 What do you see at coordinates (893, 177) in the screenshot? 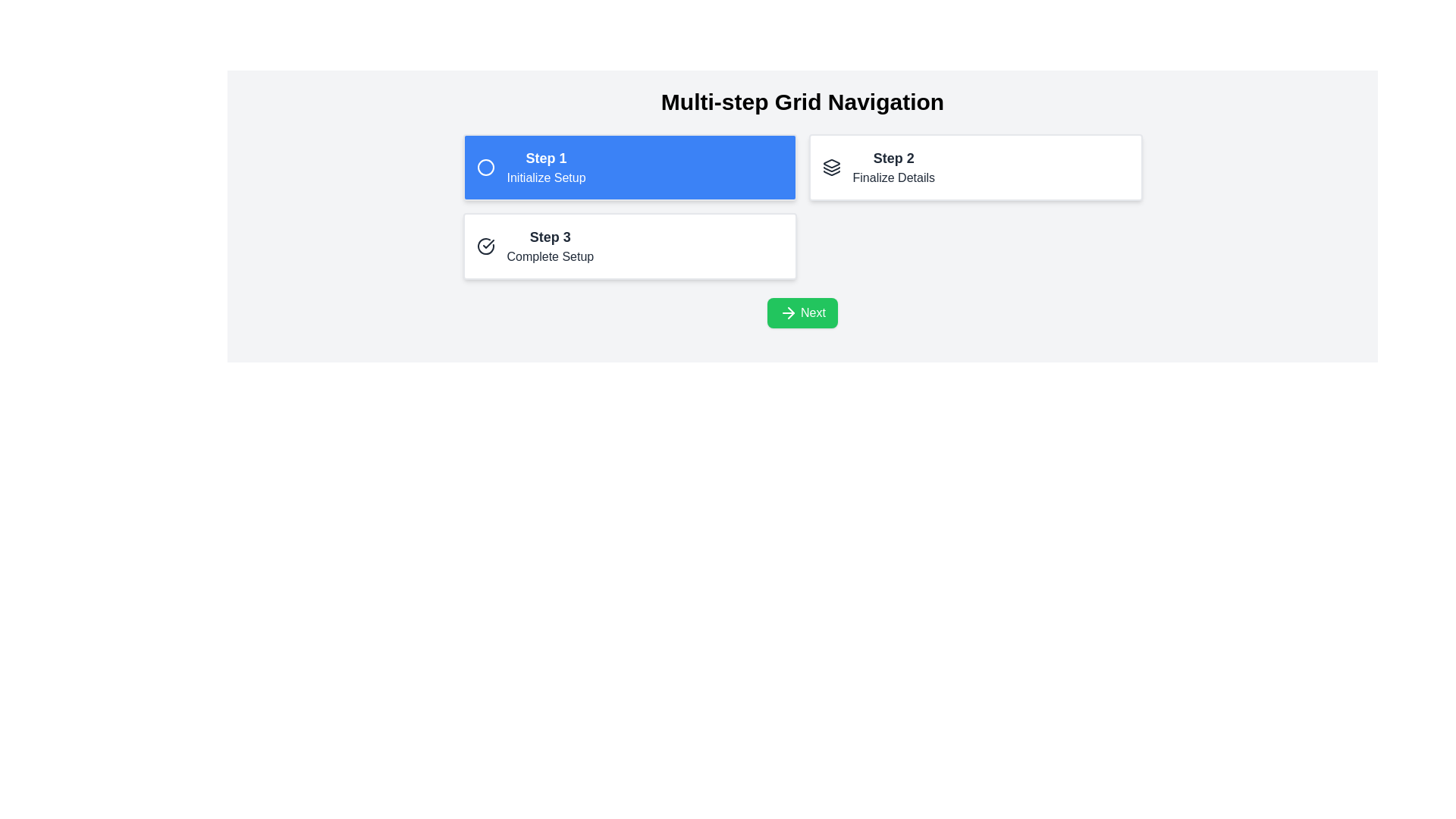
I see `the static text label displaying 'Finalize Details', which is located beneath the bolded 'Step 2' text in the upper-right quadrant of the multistep navigation grid` at bounding box center [893, 177].